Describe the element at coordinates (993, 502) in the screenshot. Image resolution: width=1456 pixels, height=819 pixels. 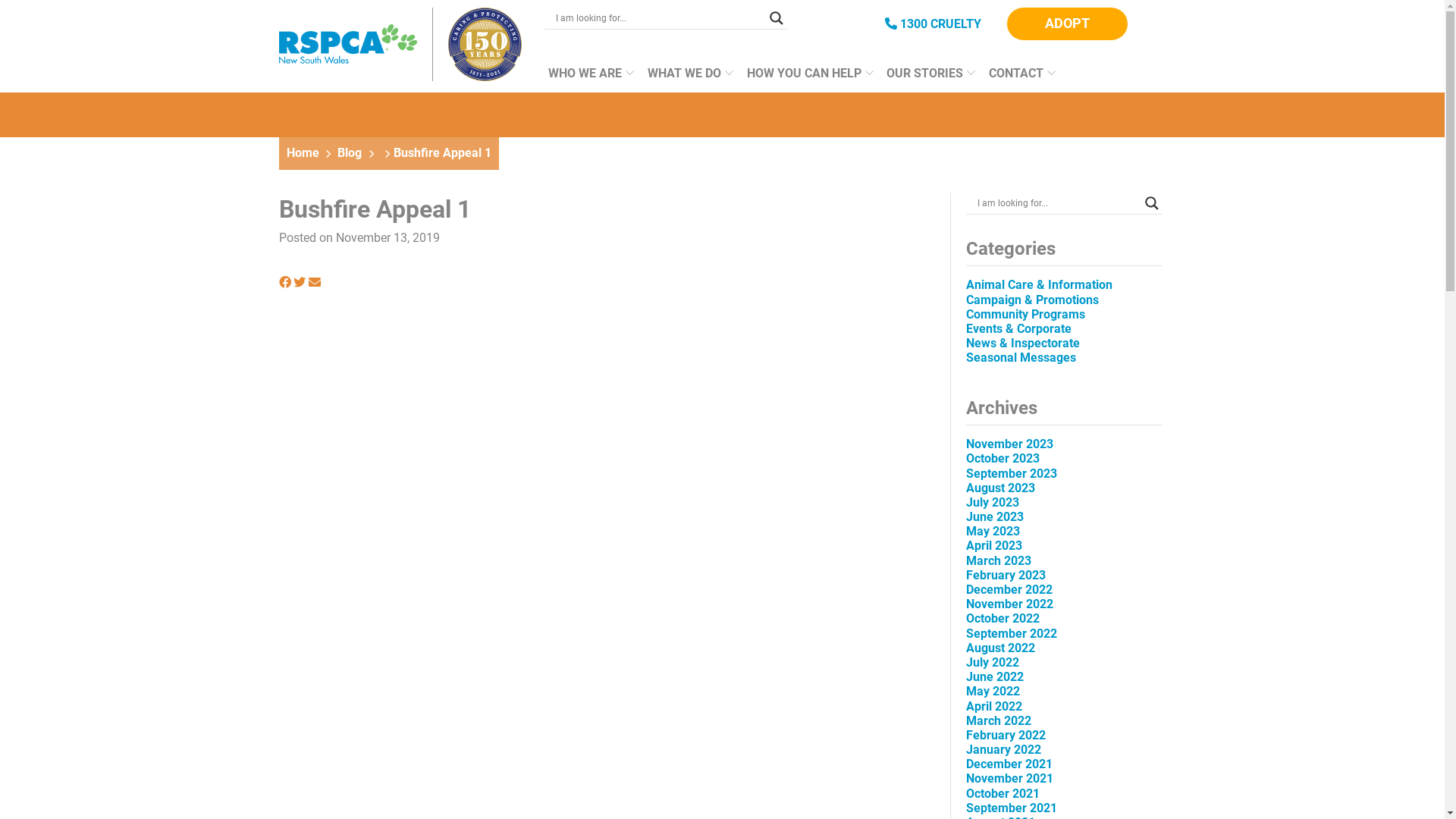
I see `'July 2023'` at that location.